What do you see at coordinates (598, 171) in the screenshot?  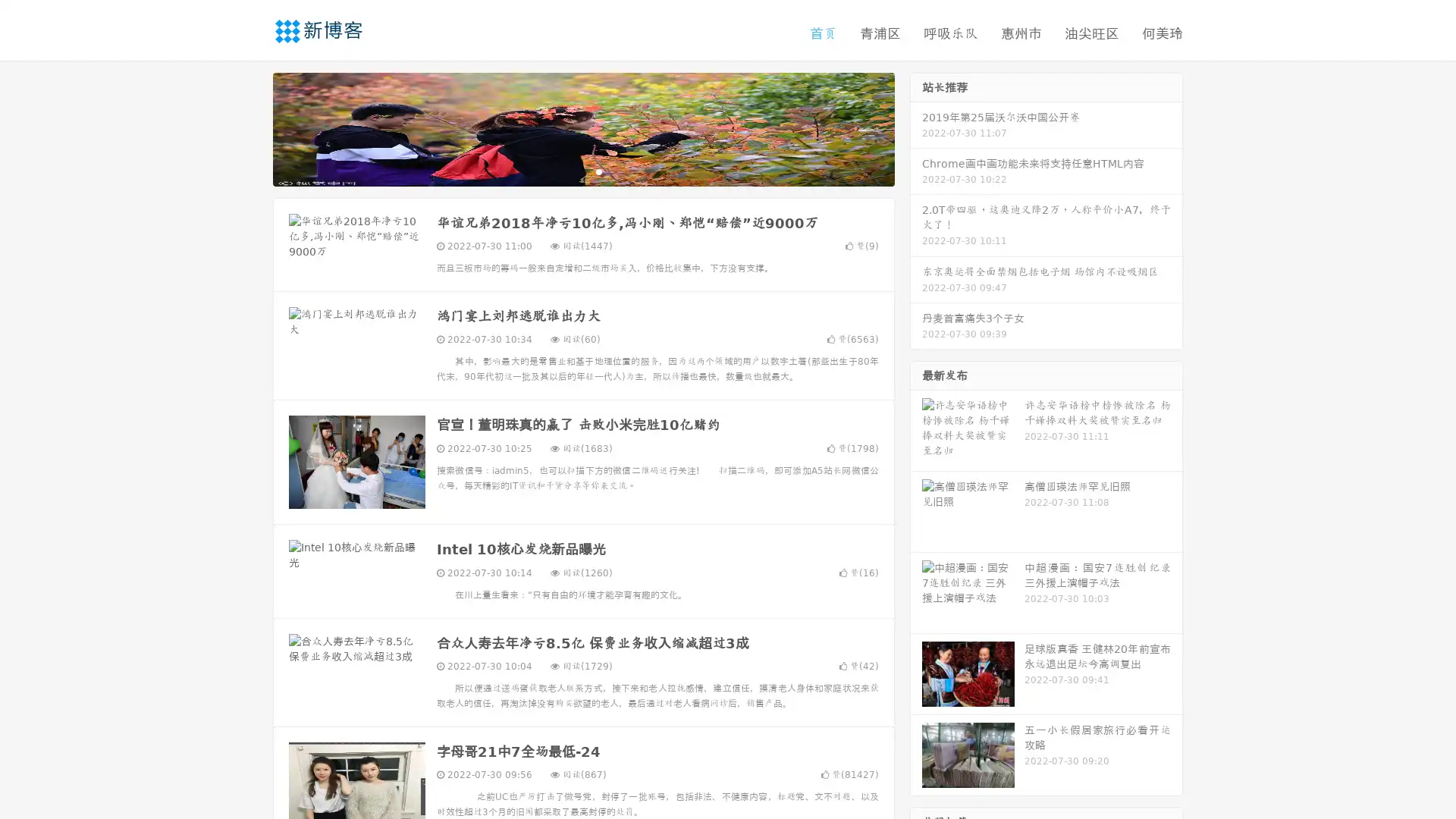 I see `Go to slide 3` at bounding box center [598, 171].